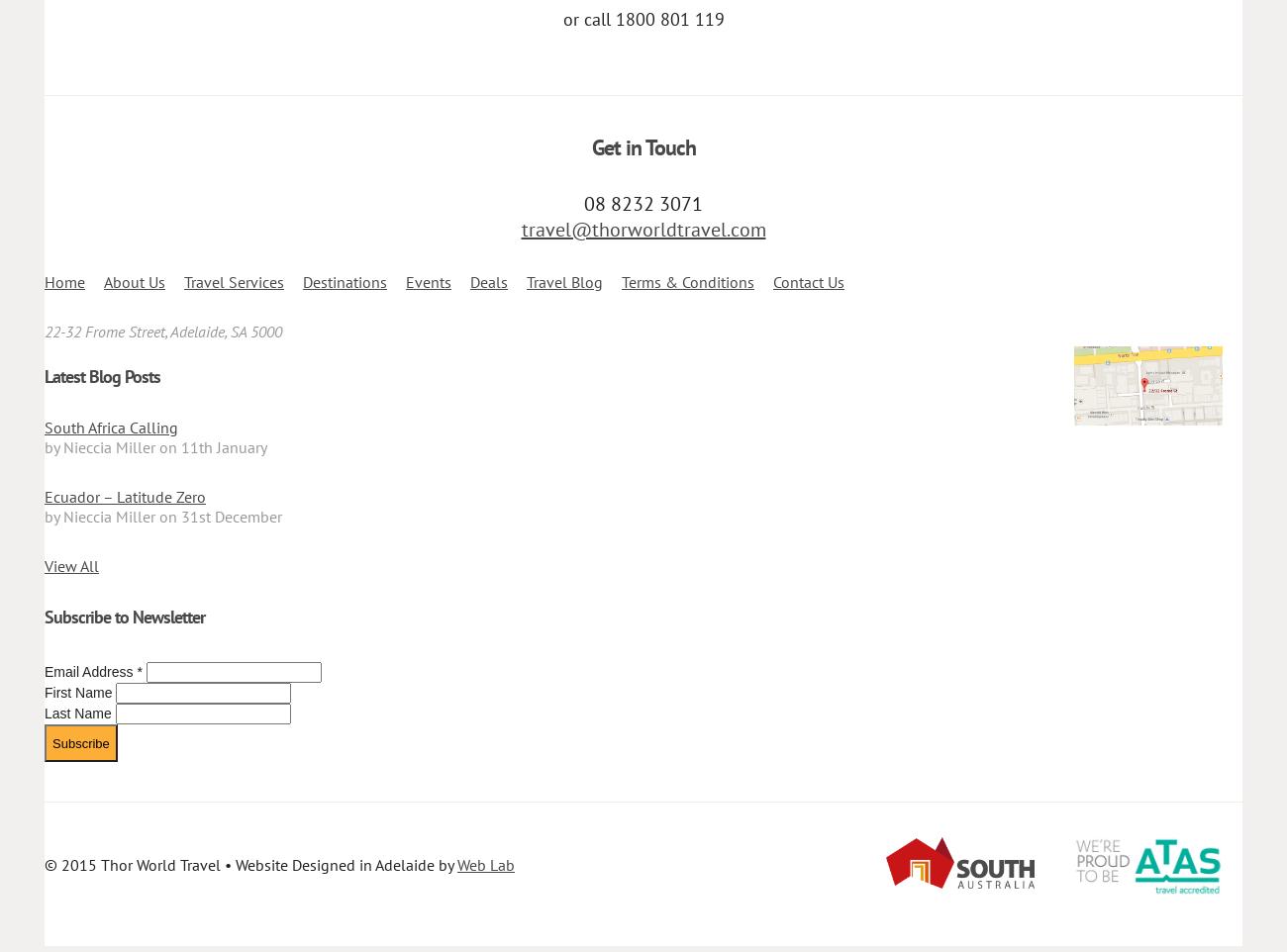  Describe the element at coordinates (469, 282) in the screenshot. I see `'Deals'` at that location.